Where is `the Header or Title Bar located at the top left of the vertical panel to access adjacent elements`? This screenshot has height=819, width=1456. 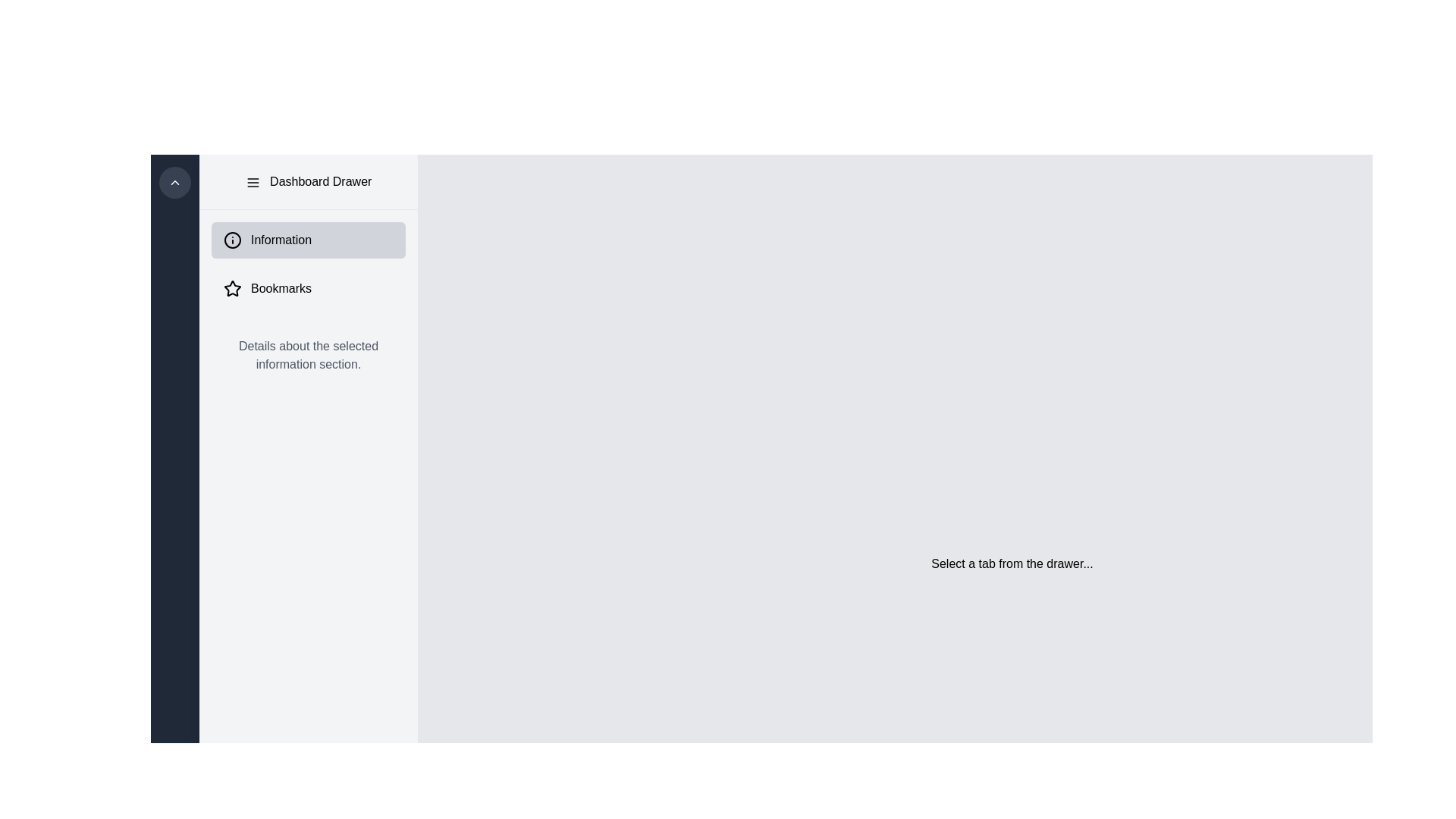 the Header or Title Bar located at the top left of the vertical panel to access adjacent elements is located at coordinates (308, 180).